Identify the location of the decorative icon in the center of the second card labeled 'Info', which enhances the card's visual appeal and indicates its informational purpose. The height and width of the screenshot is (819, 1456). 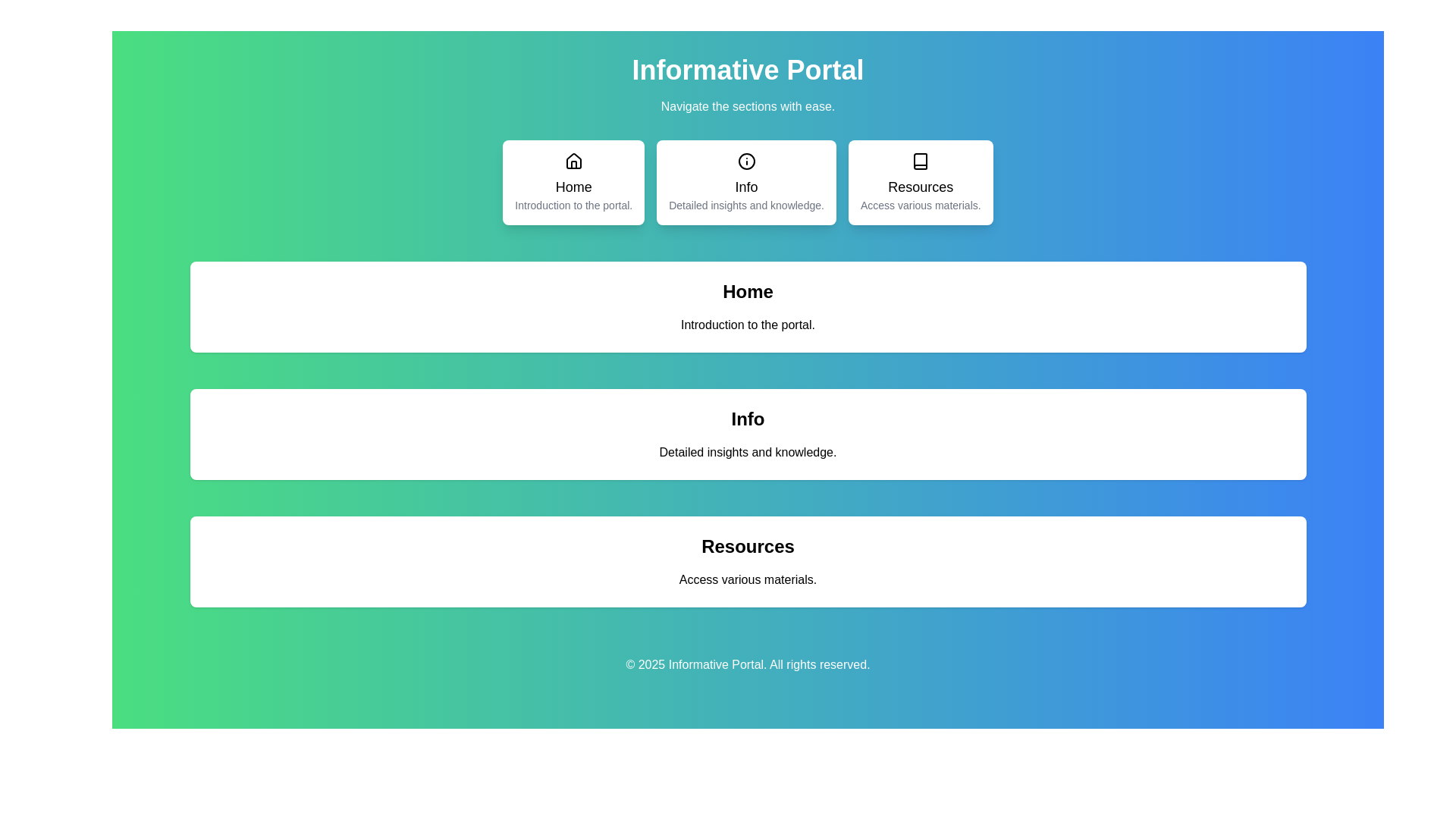
(746, 161).